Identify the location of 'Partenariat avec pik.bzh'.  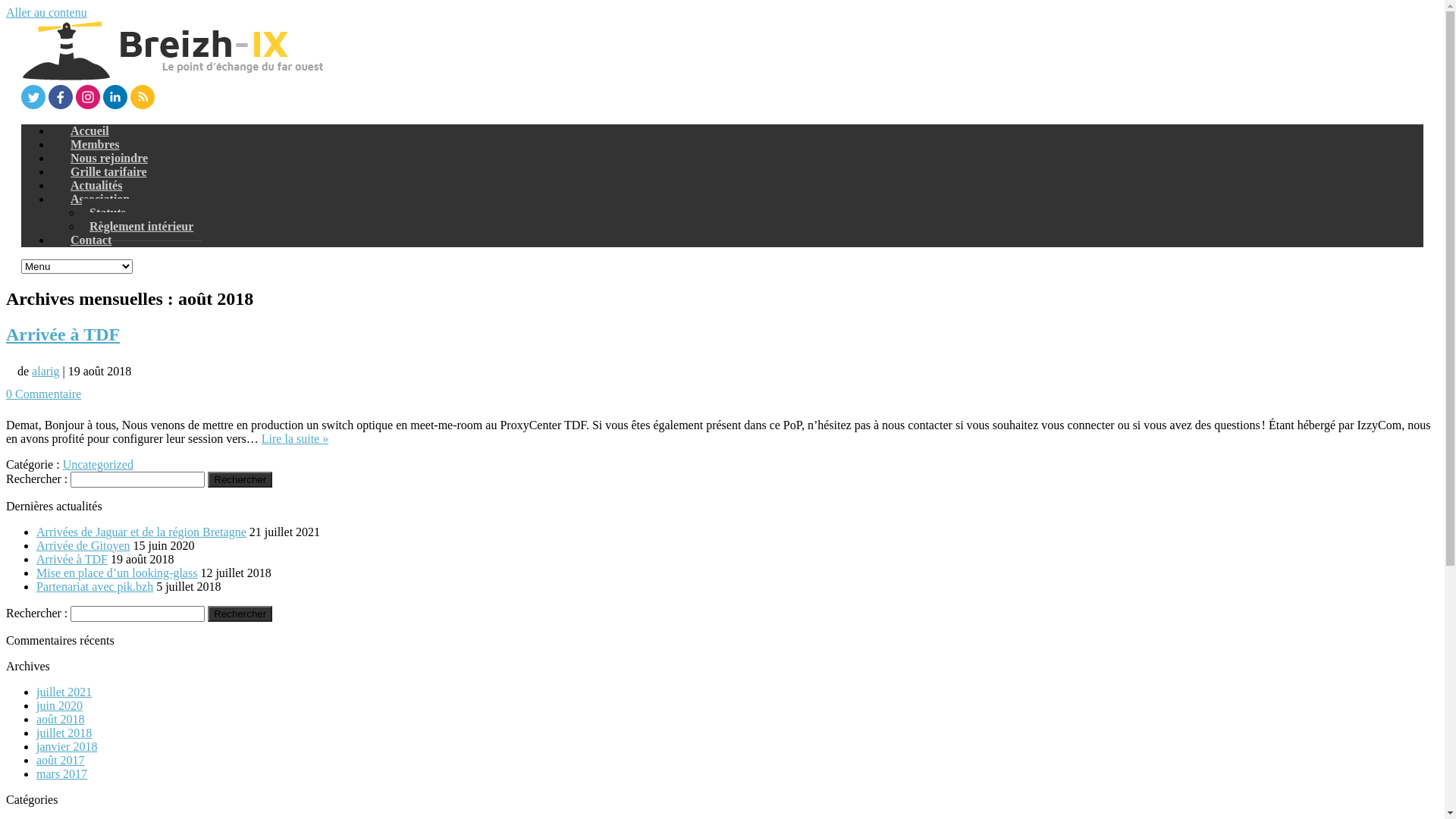
(36, 585).